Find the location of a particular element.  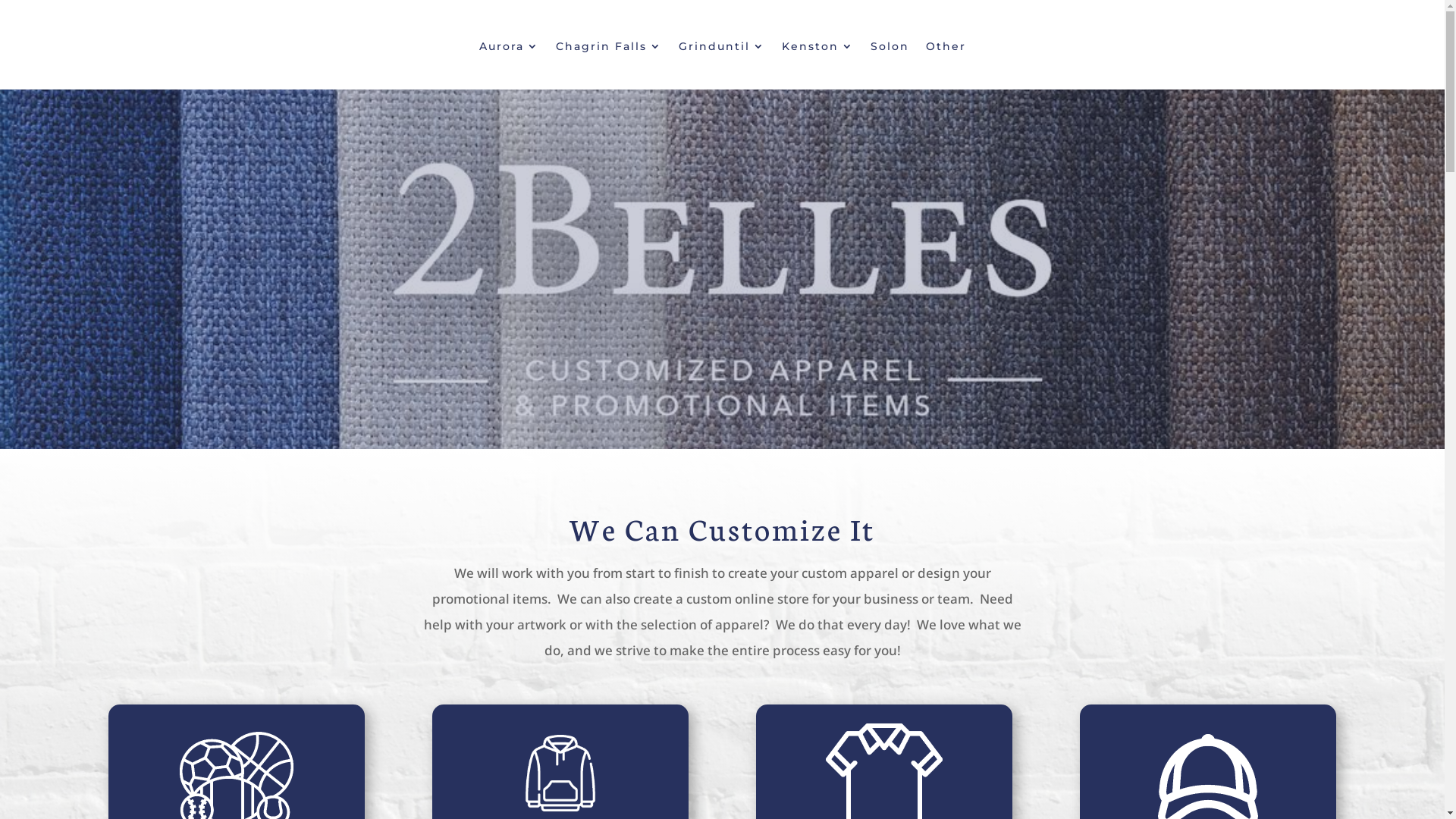

'Chagrin Falls' is located at coordinates (607, 49).